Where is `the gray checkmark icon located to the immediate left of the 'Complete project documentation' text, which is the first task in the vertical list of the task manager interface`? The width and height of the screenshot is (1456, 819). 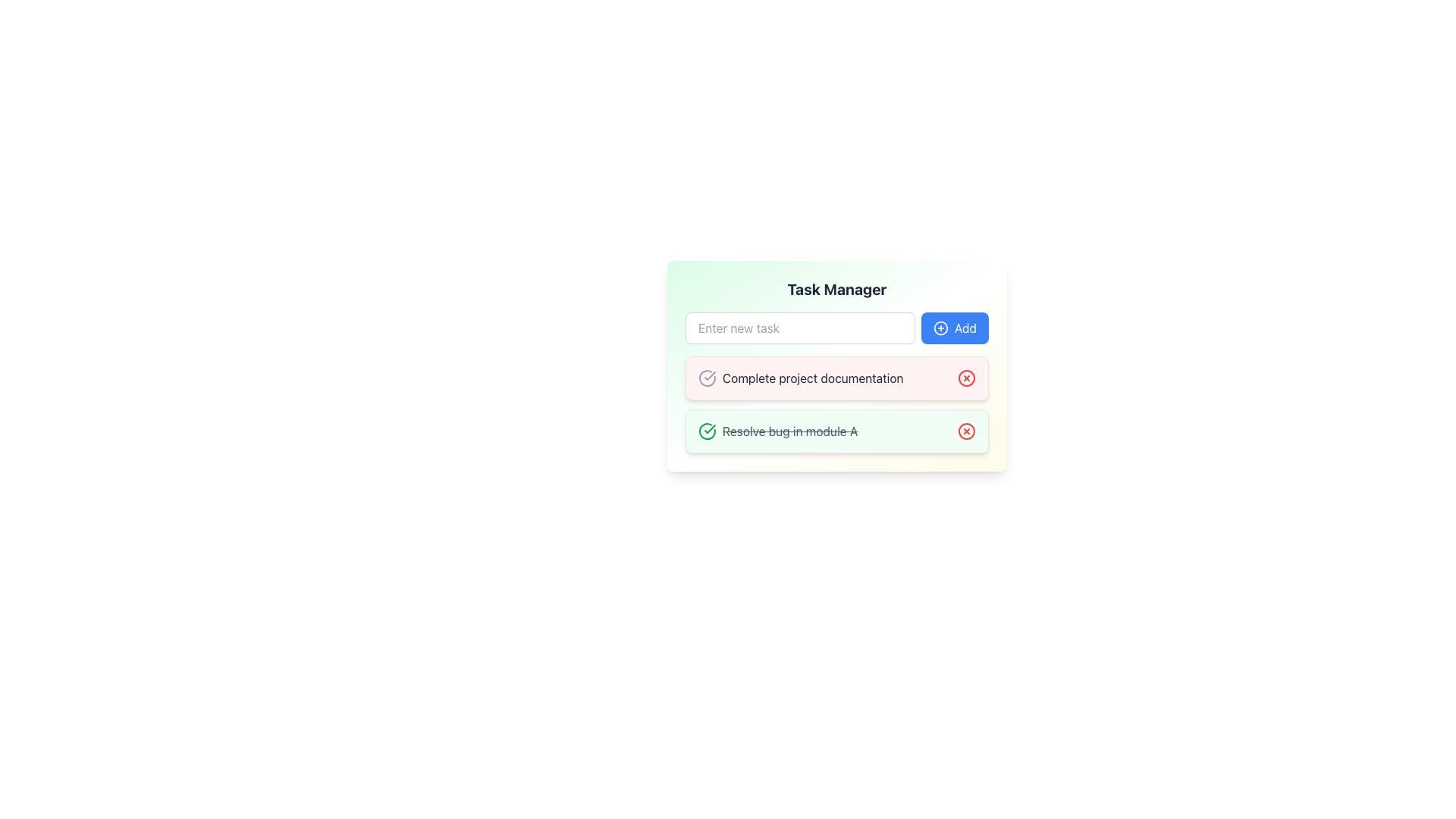
the gray checkmark icon located to the immediate left of the 'Complete project documentation' text, which is the first task in the vertical list of the task manager interface is located at coordinates (706, 377).